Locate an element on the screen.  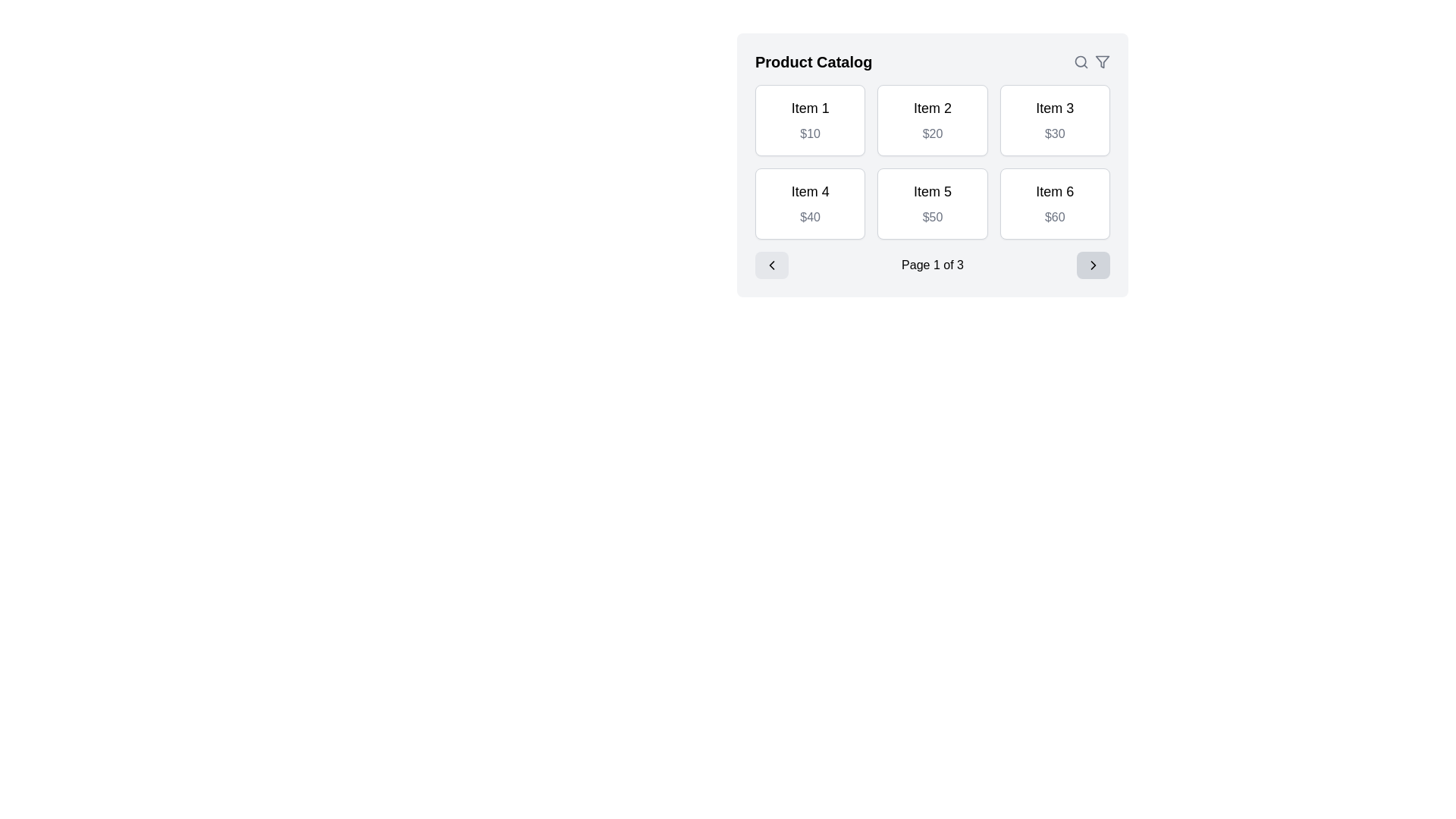
the product card displaying 'Item 6' priced at '$60' in the 'Product Catalog' section is located at coordinates (1054, 203).